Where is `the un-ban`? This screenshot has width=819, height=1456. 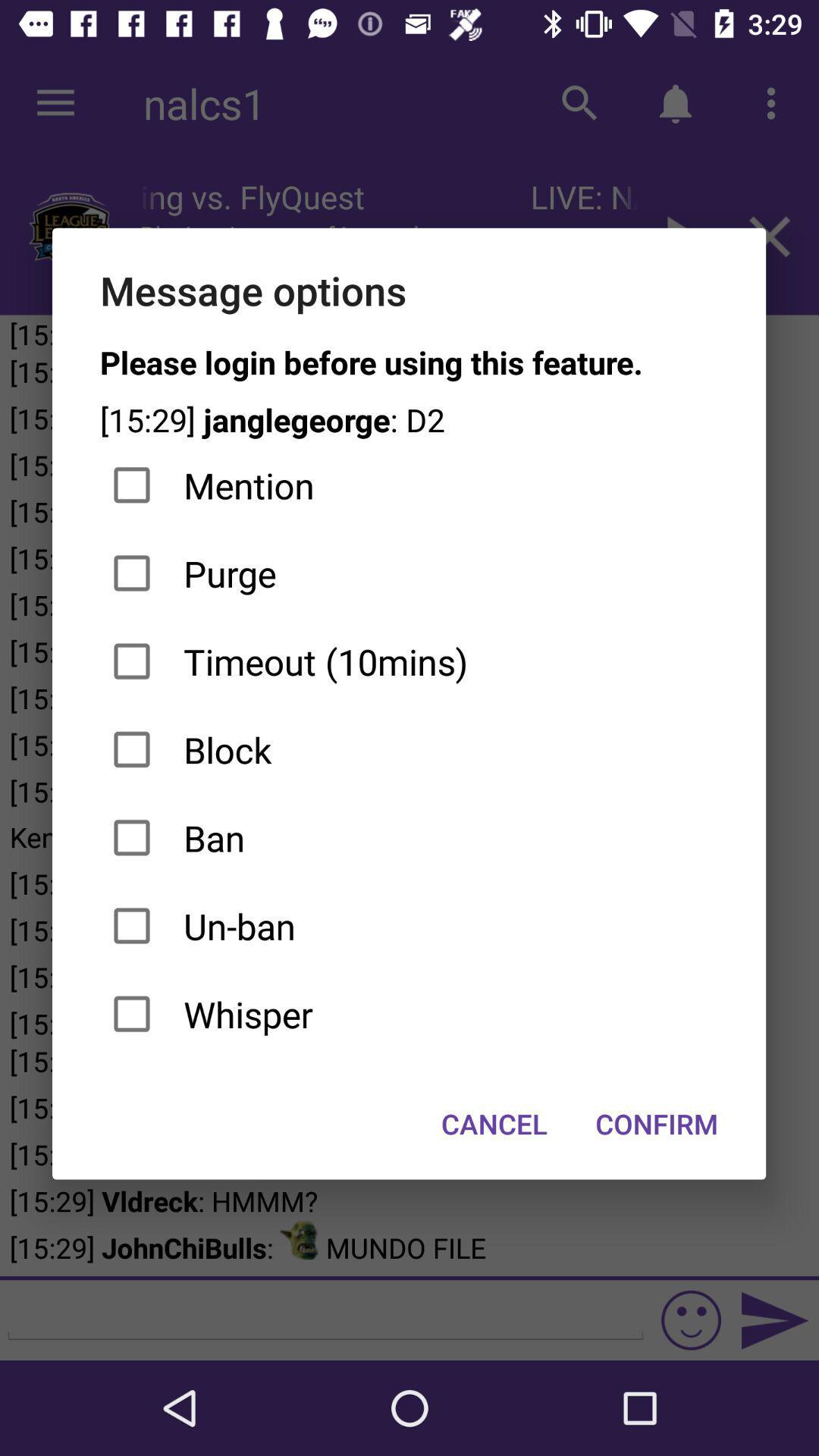
the un-ban is located at coordinates (408, 925).